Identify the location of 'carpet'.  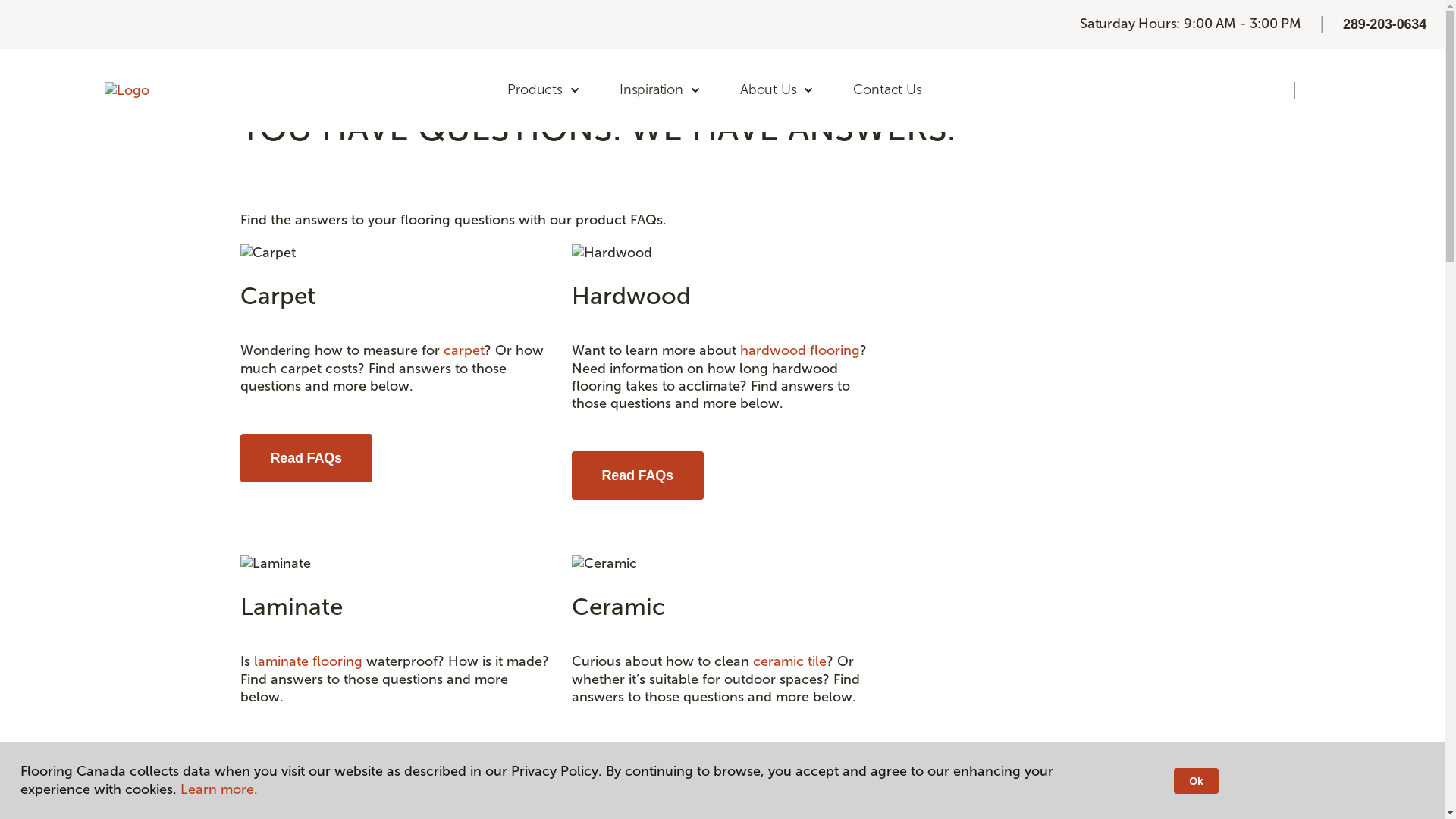
(462, 350).